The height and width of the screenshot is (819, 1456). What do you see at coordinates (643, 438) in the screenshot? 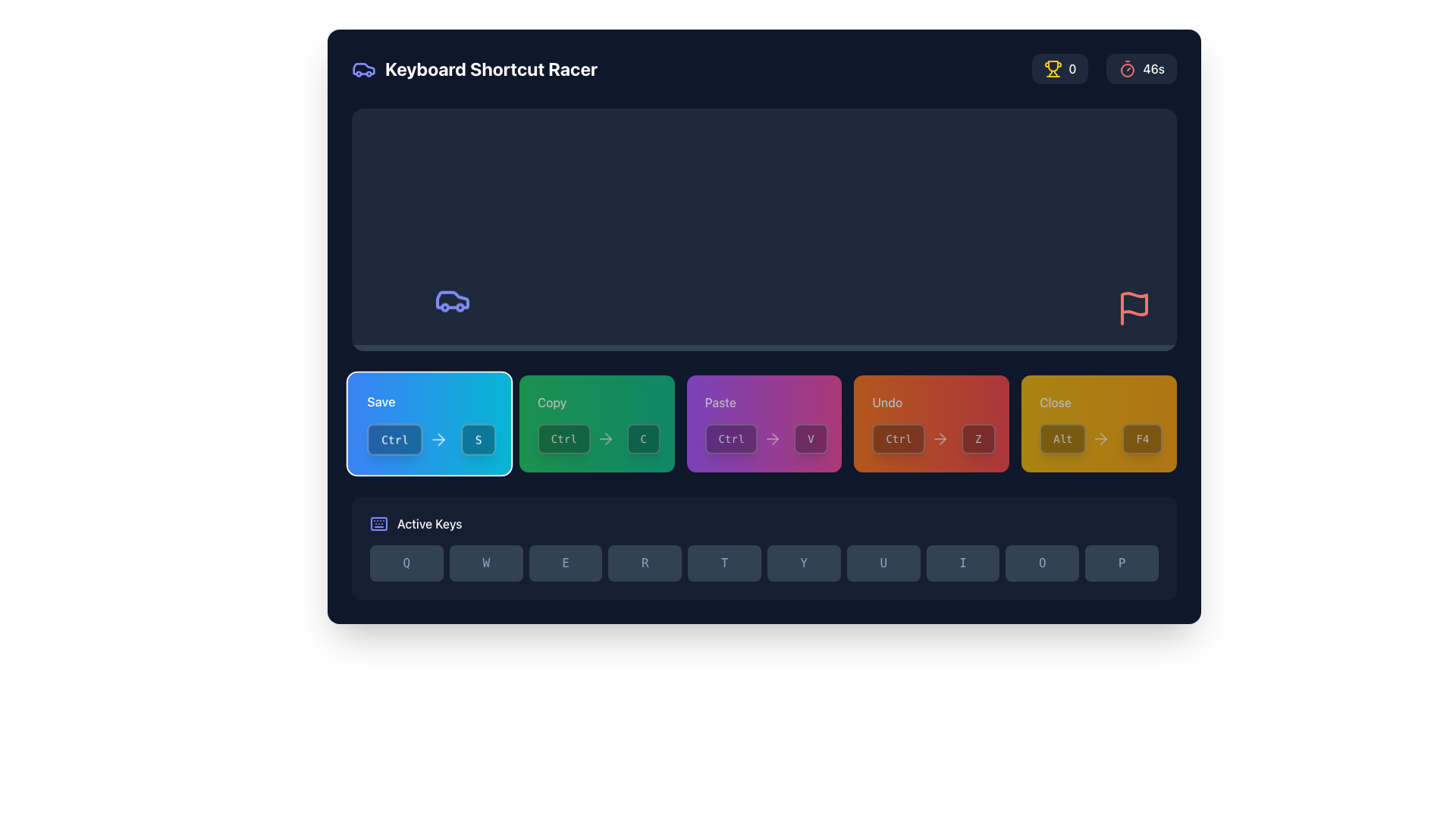
I see `the 'C' key in the Keyboard Shortcut Visualizer, which is the third key in a horizontal bar near the bottom of the interface` at bounding box center [643, 438].